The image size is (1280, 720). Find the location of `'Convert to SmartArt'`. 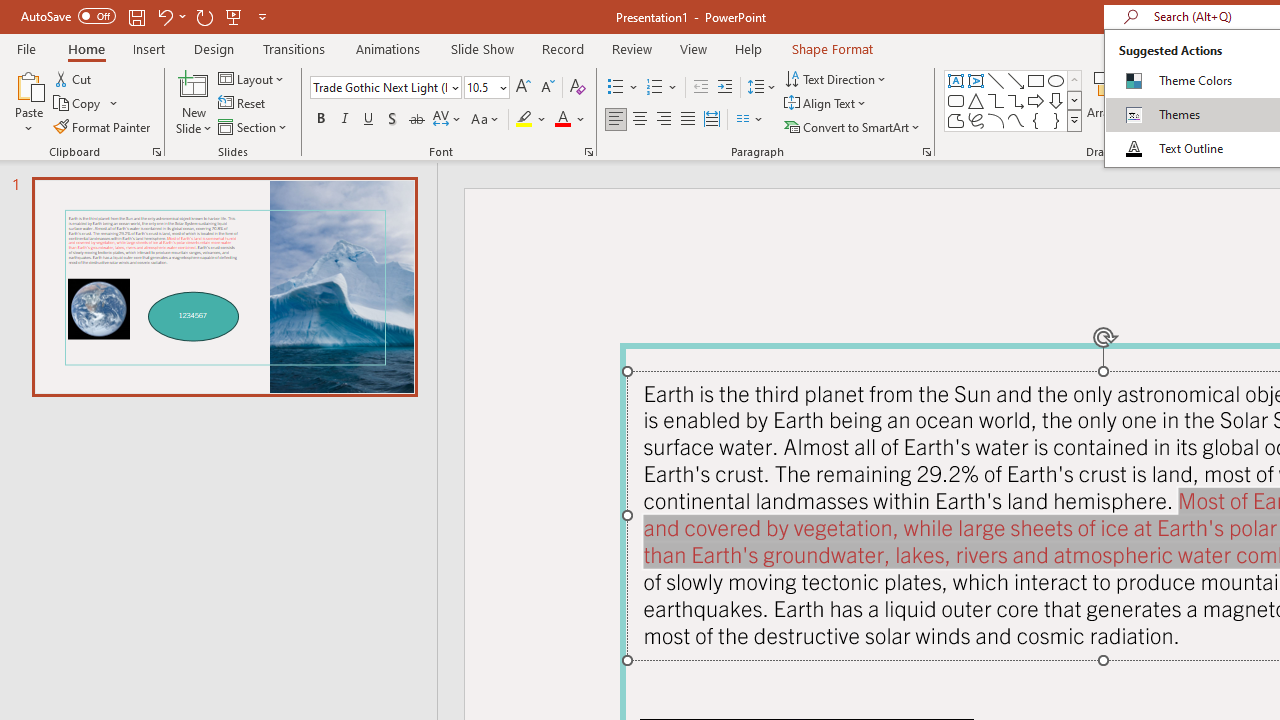

'Convert to SmartArt' is located at coordinates (853, 127).